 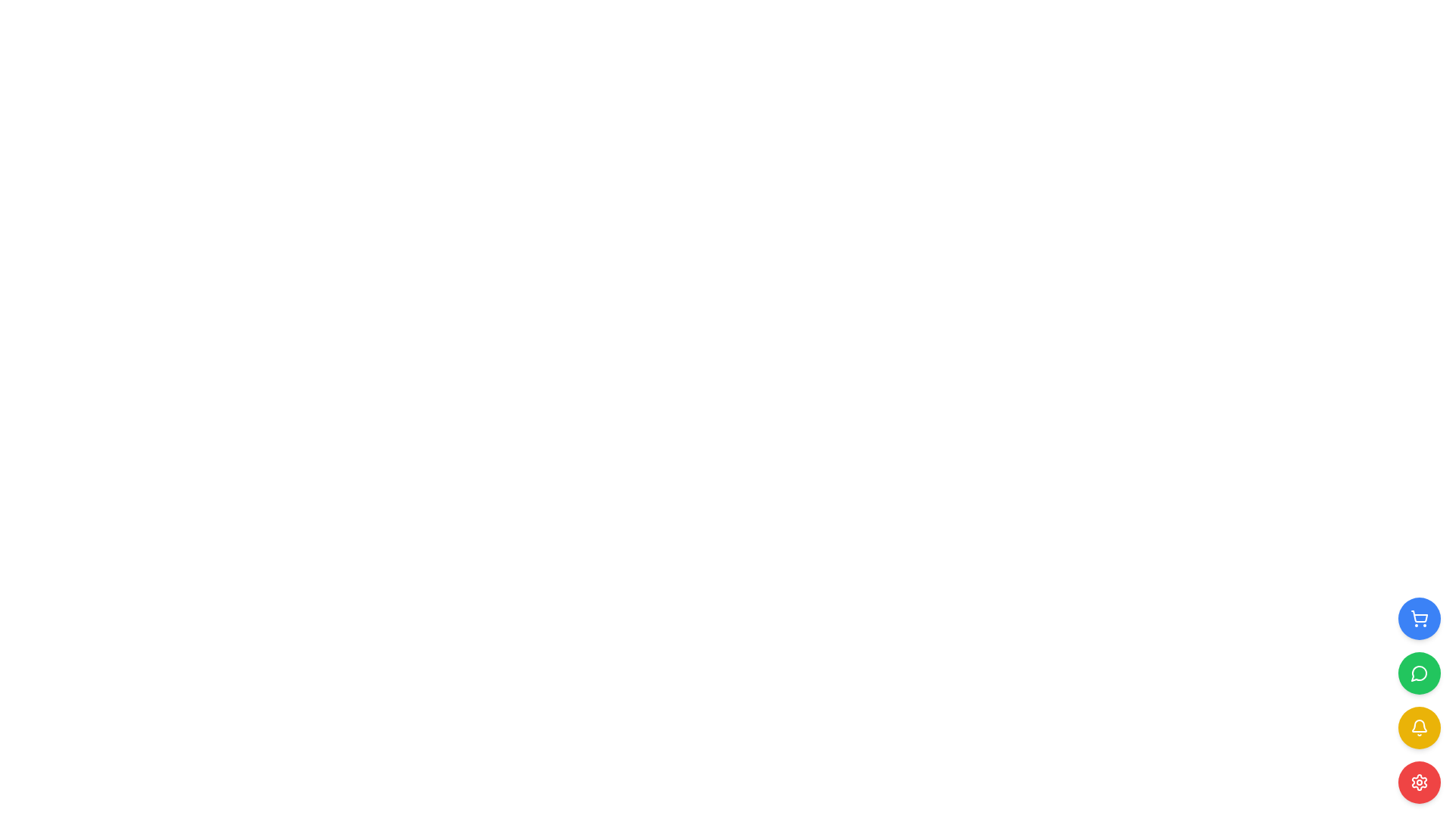 What do you see at coordinates (1419, 672) in the screenshot?
I see `the green circular button with a speech bubble icon located in the third position of a vertical array of buttons` at bounding box center [1419, 672].